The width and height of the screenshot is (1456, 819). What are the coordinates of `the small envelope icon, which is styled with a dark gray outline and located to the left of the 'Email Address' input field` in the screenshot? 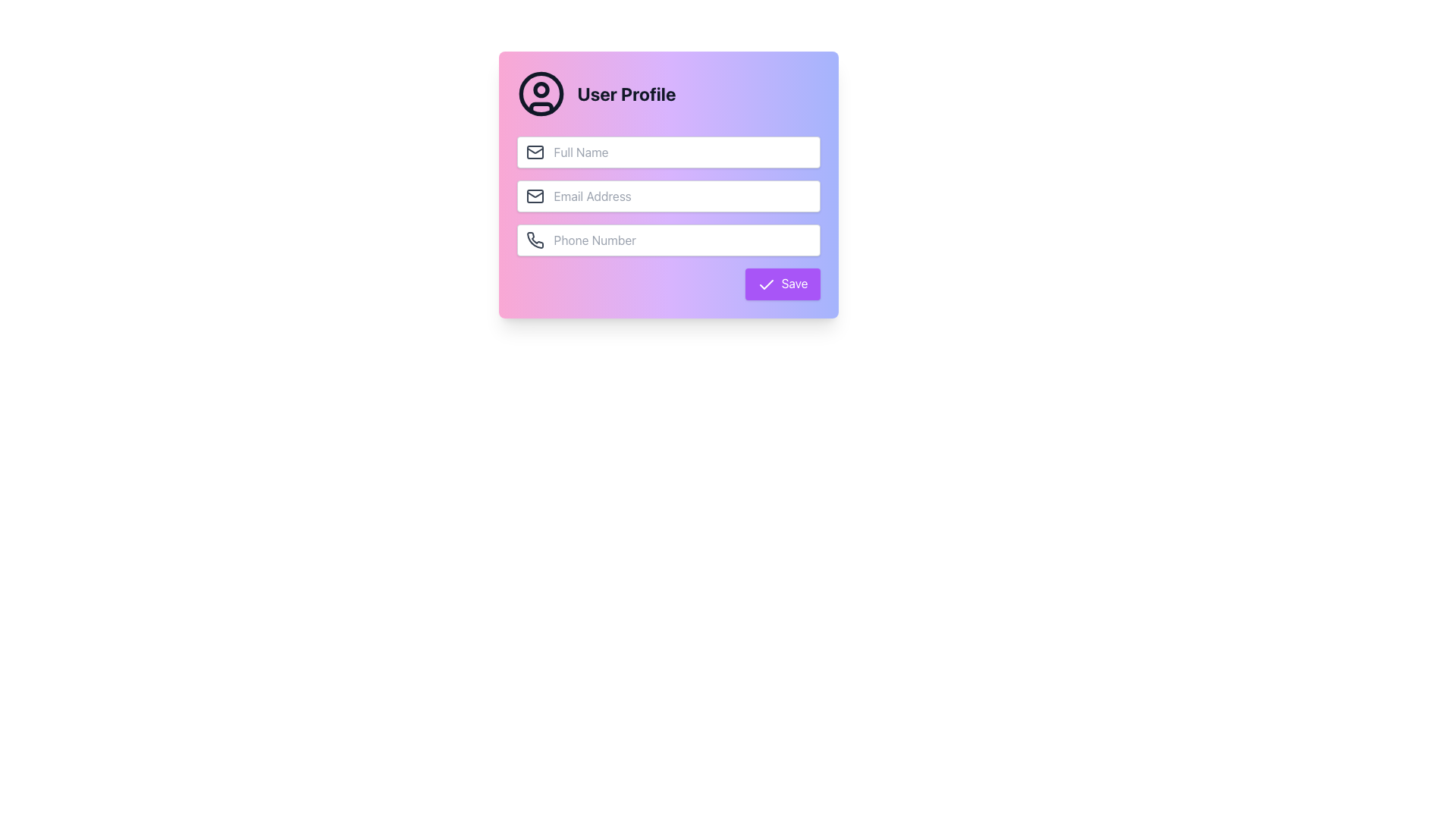 It's located at (535, 195).